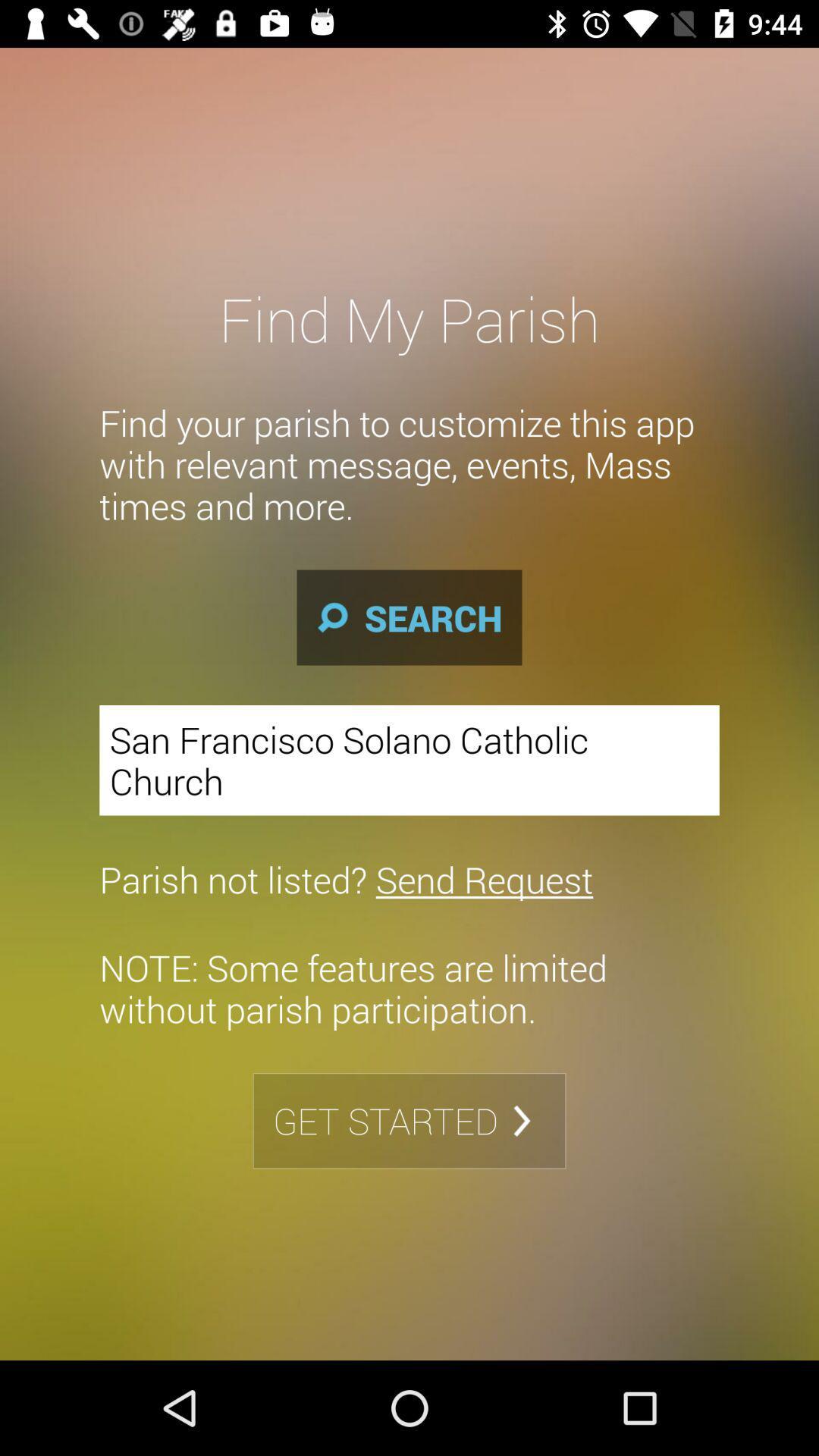 Image resolution: width=819 pixels, height=1456 pixels. I want to click on the search, so click(409, 617).